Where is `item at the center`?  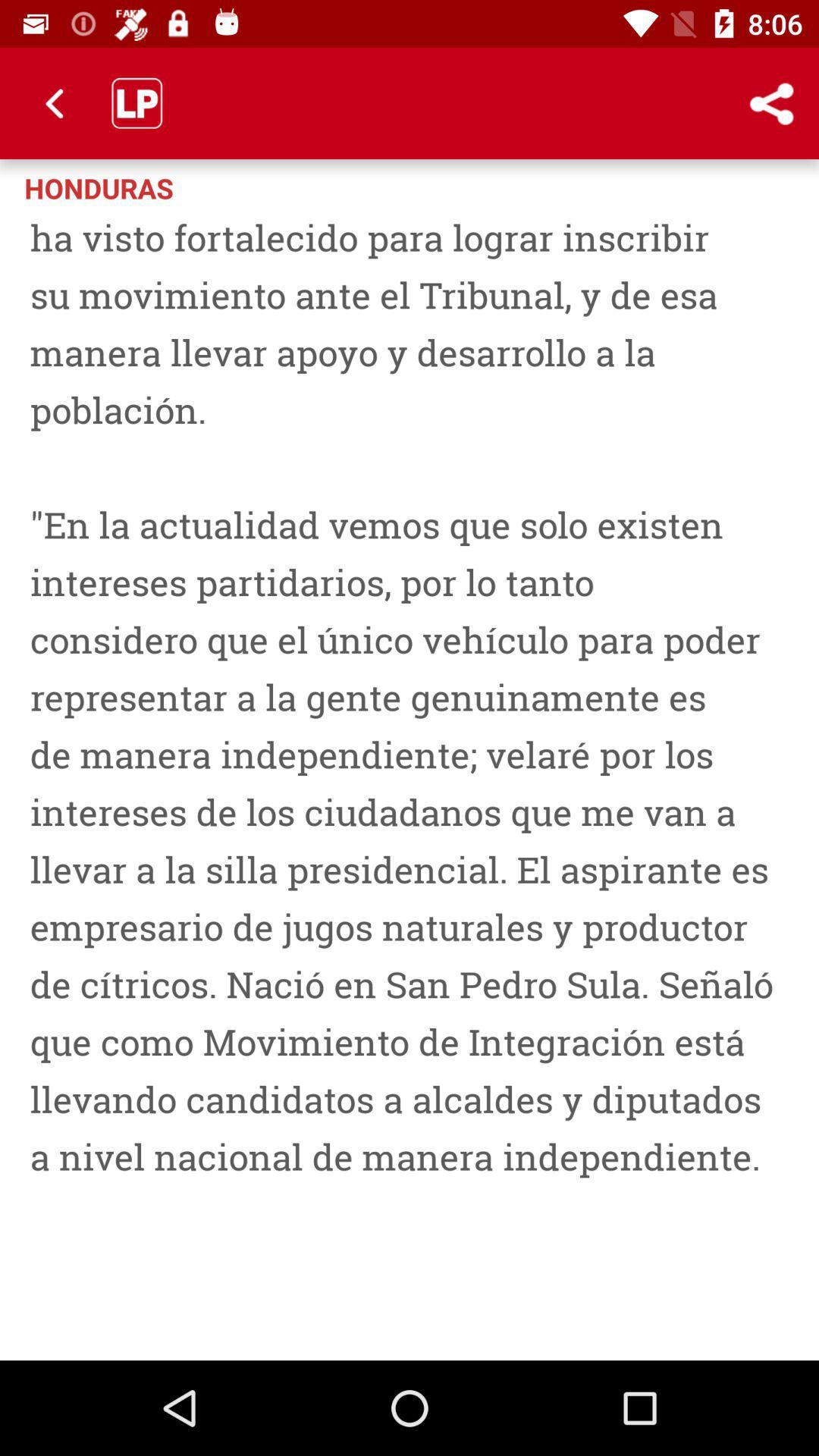
item at the center is located at coordinates (409, 779).